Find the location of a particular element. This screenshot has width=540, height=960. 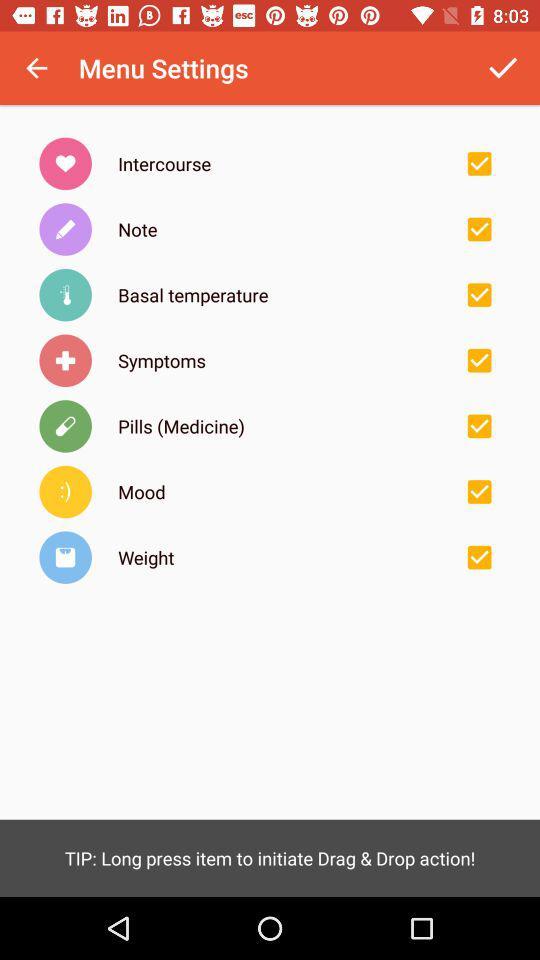

checkbox toggle is located at coordinates (478, 557).